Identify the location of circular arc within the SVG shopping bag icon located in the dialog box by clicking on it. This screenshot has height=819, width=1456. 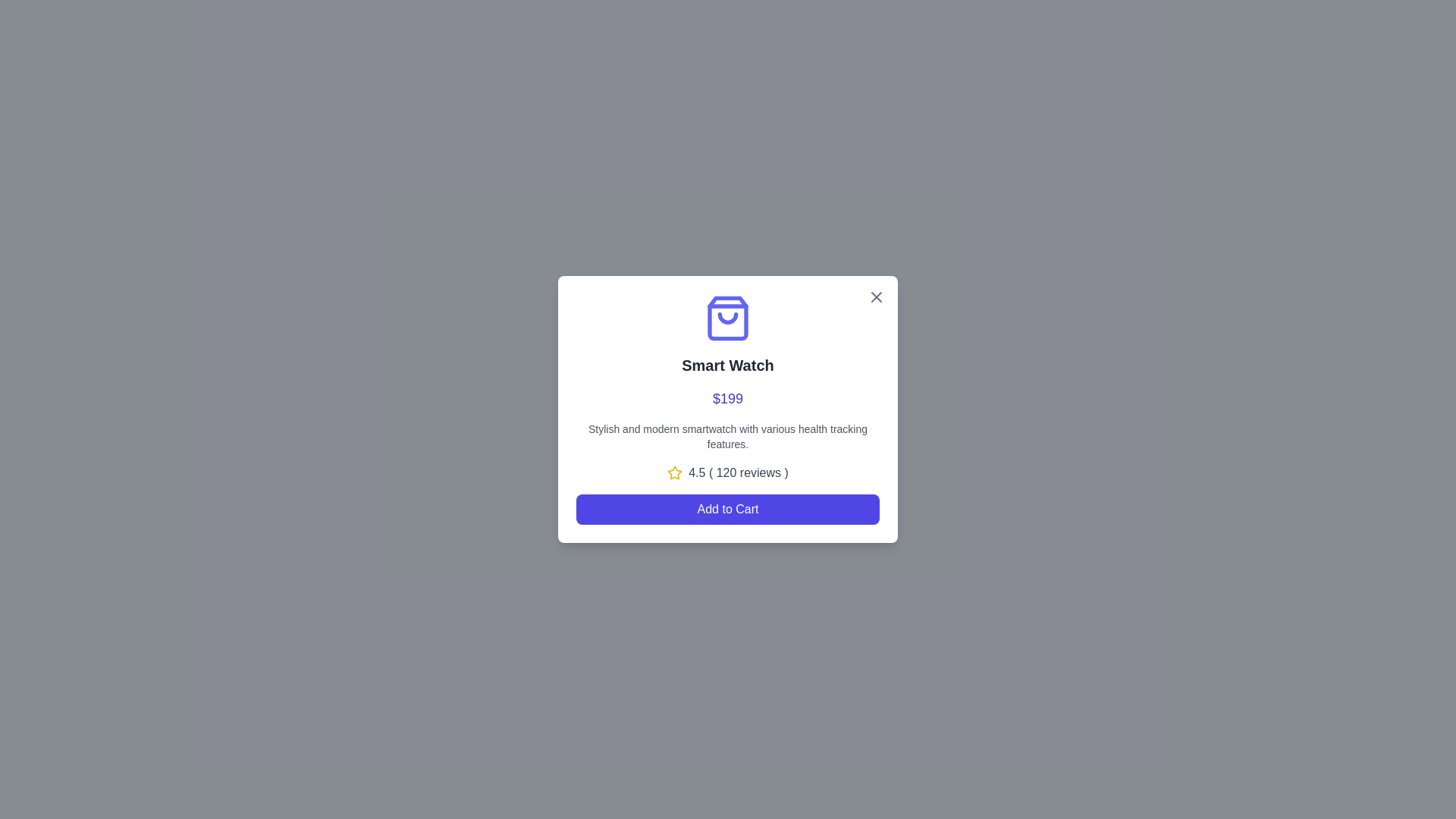
(728, 318).